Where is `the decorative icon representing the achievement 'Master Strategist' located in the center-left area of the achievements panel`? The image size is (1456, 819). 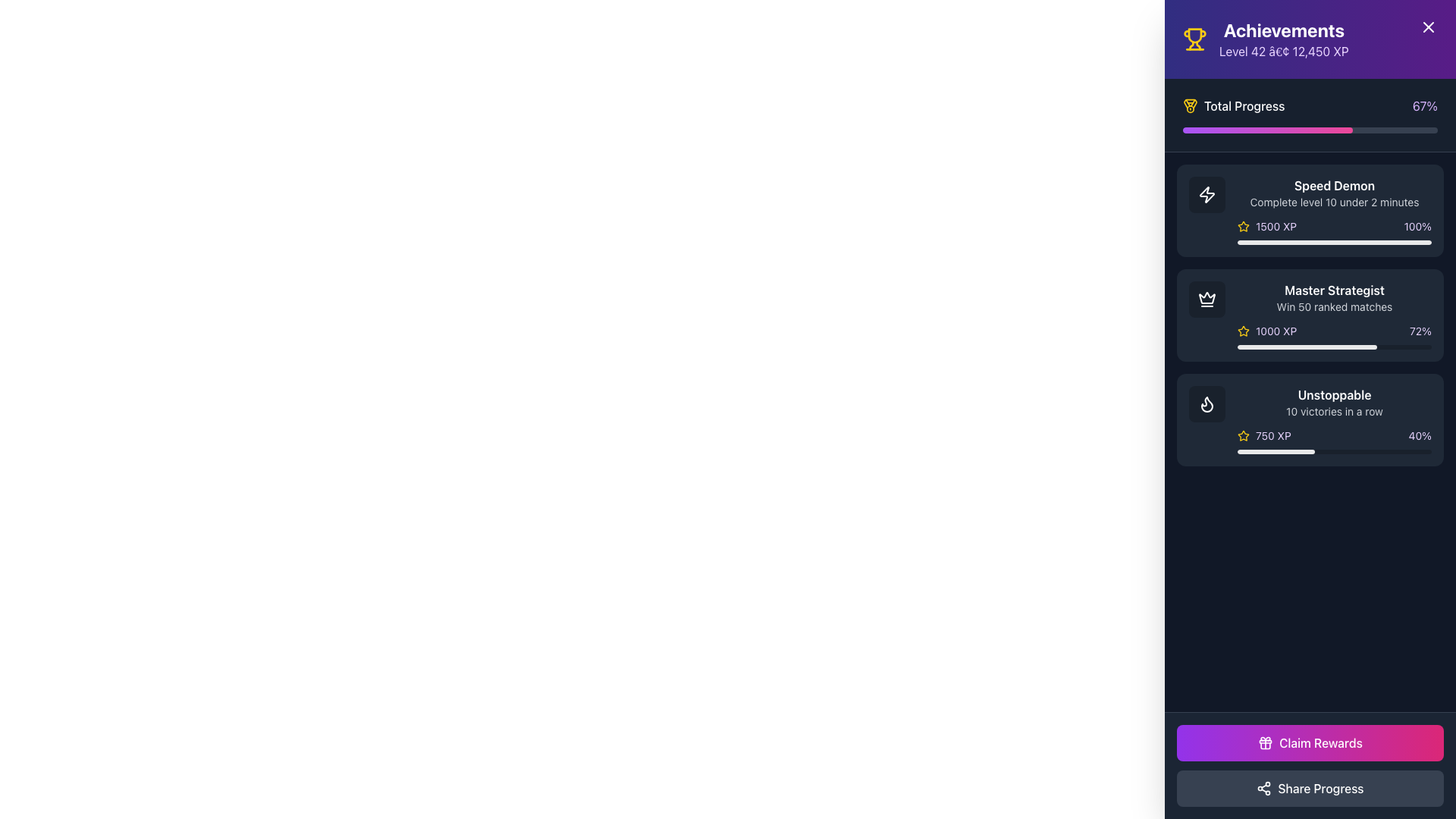 the decorative icon representing the achievement 'Master Strategist' located in the center-left area of the achievements panel is located at coordinates (1207, 298).